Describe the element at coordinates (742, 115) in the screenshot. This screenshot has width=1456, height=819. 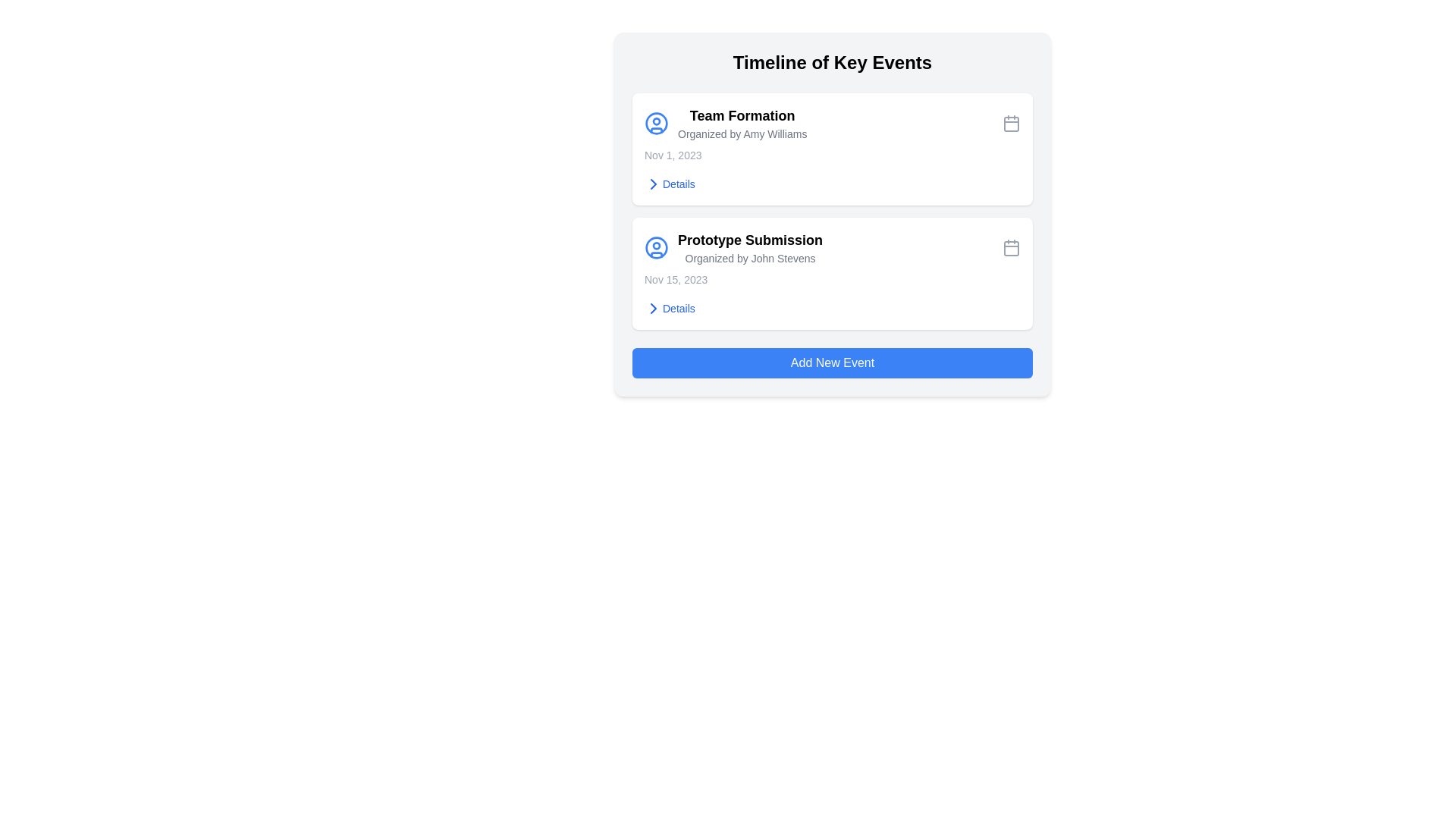
I see `title 'Team Formation' located at the top of the first card under the 'Timeline of Key Events' heading, which provides context for the event` at that location.